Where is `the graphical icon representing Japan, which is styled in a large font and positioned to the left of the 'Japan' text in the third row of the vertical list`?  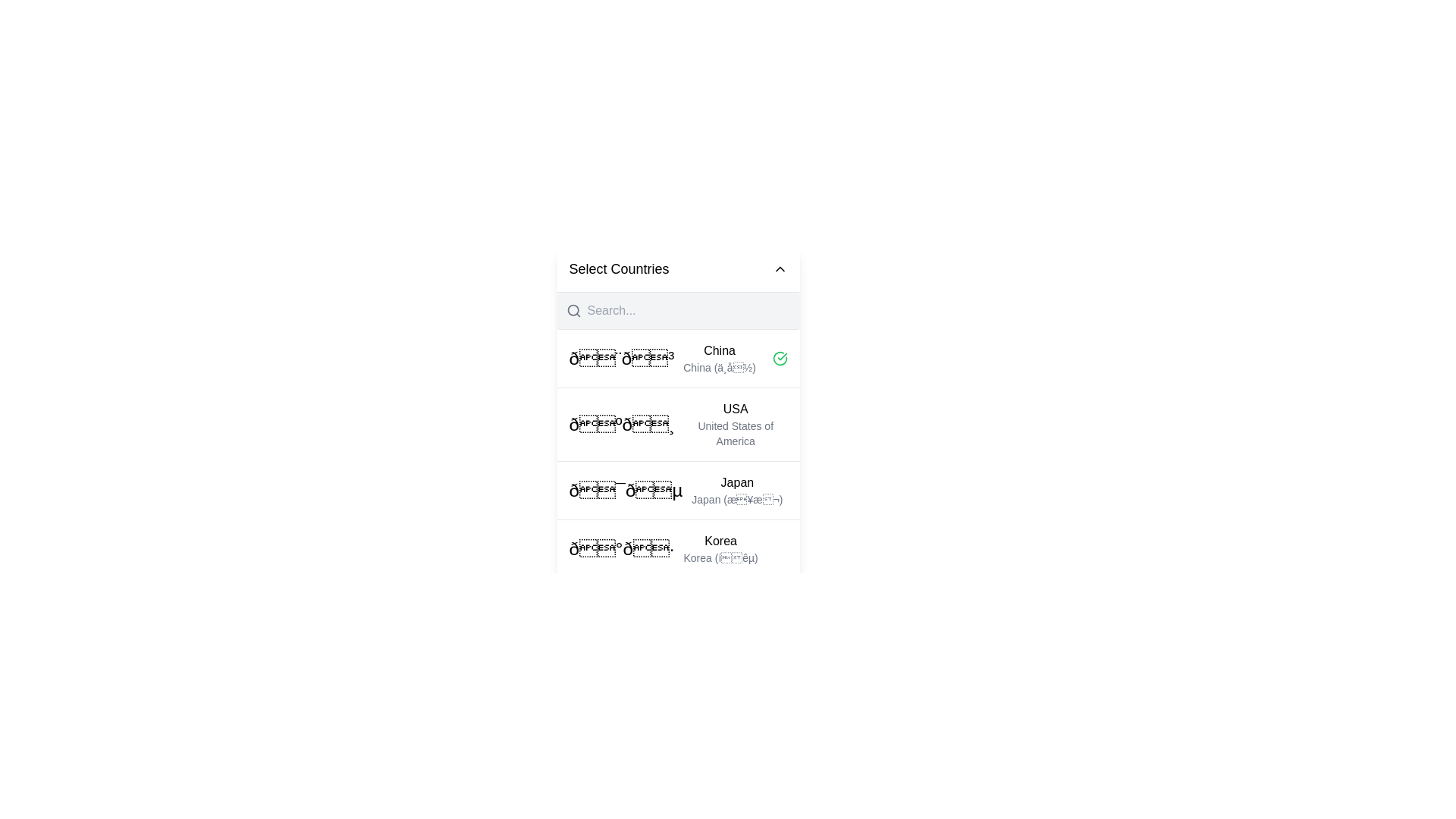
the graphical icon representing Japan, which is styled in a large font and positioned to the left of the 'Japan' text in the third row of the vertical list is located at coordinates (626, 491).